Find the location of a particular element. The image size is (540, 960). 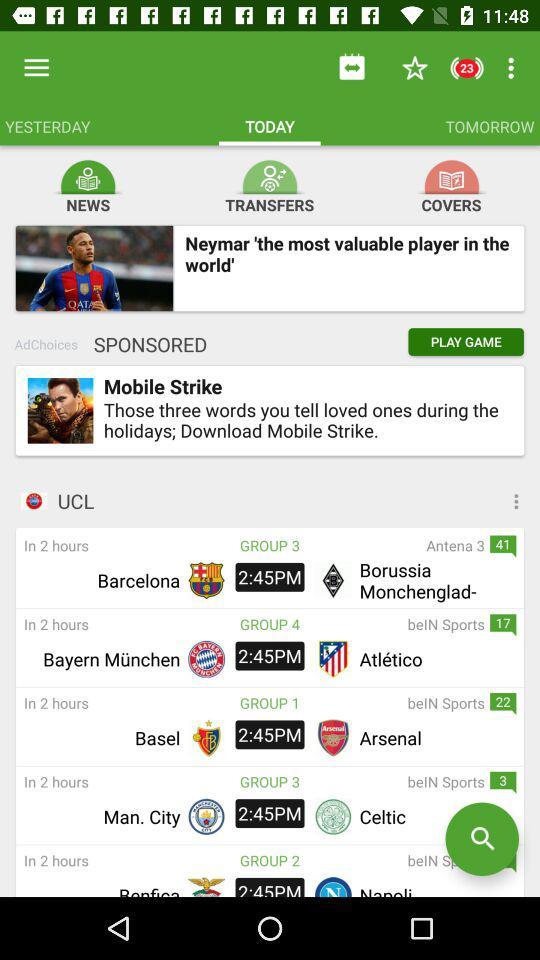

the item above the borussia monchengladbach is located at coordinates (392, 545).